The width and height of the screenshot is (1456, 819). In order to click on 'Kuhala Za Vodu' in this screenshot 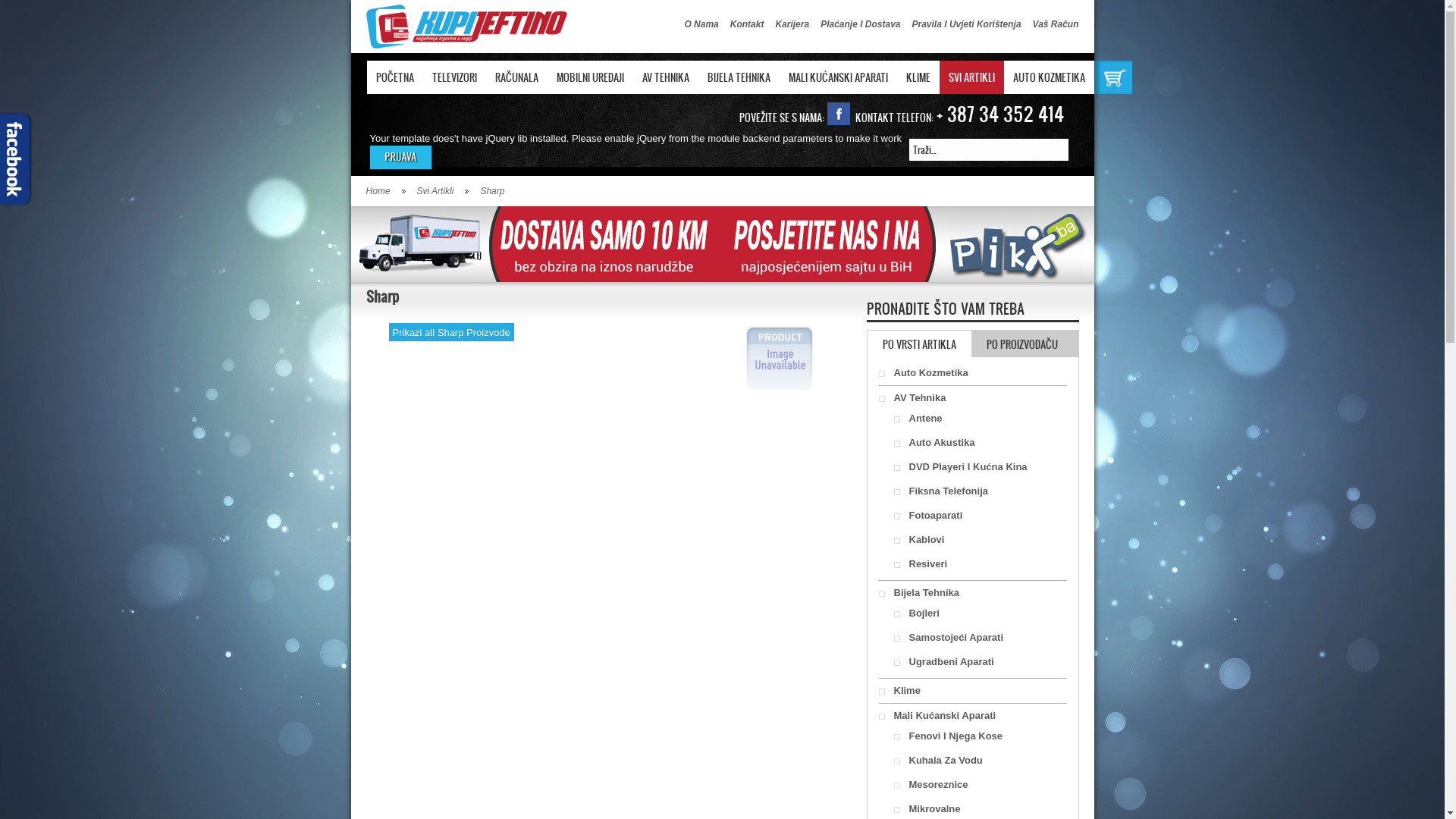, I will do `click(908, 760)`.